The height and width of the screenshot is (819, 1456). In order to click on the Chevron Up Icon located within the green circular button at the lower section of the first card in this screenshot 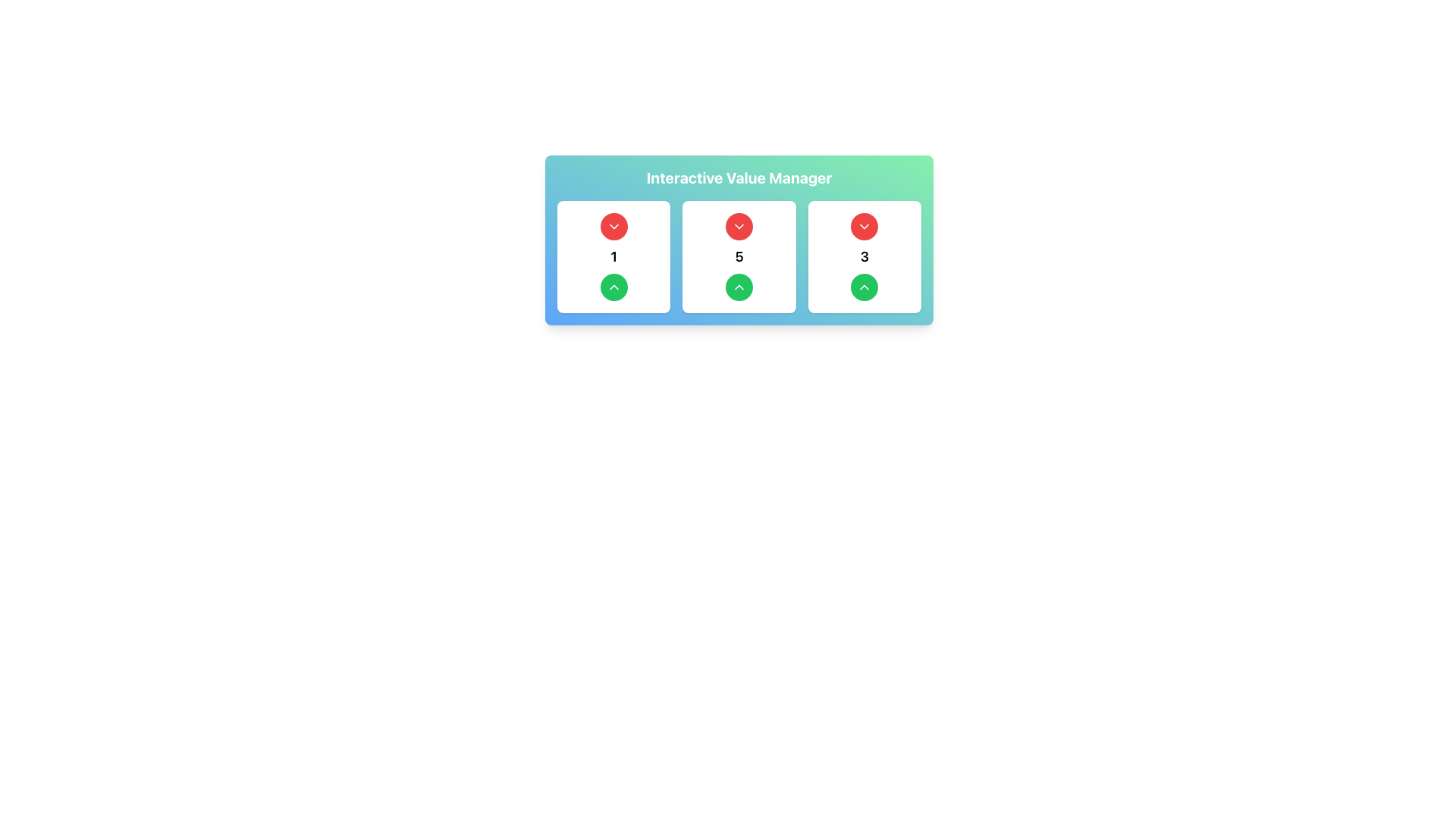, I will do `click(613, 287)`.